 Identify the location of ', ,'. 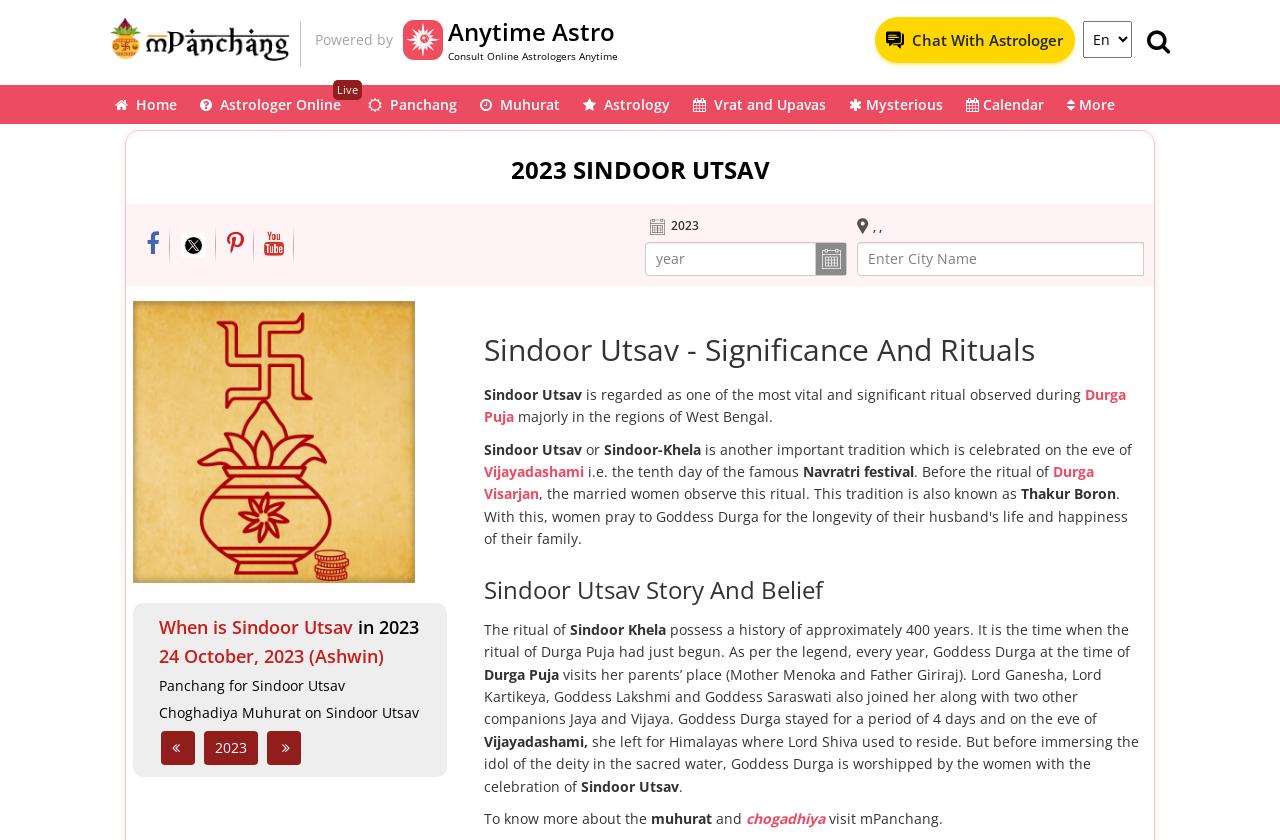
(877, 226).